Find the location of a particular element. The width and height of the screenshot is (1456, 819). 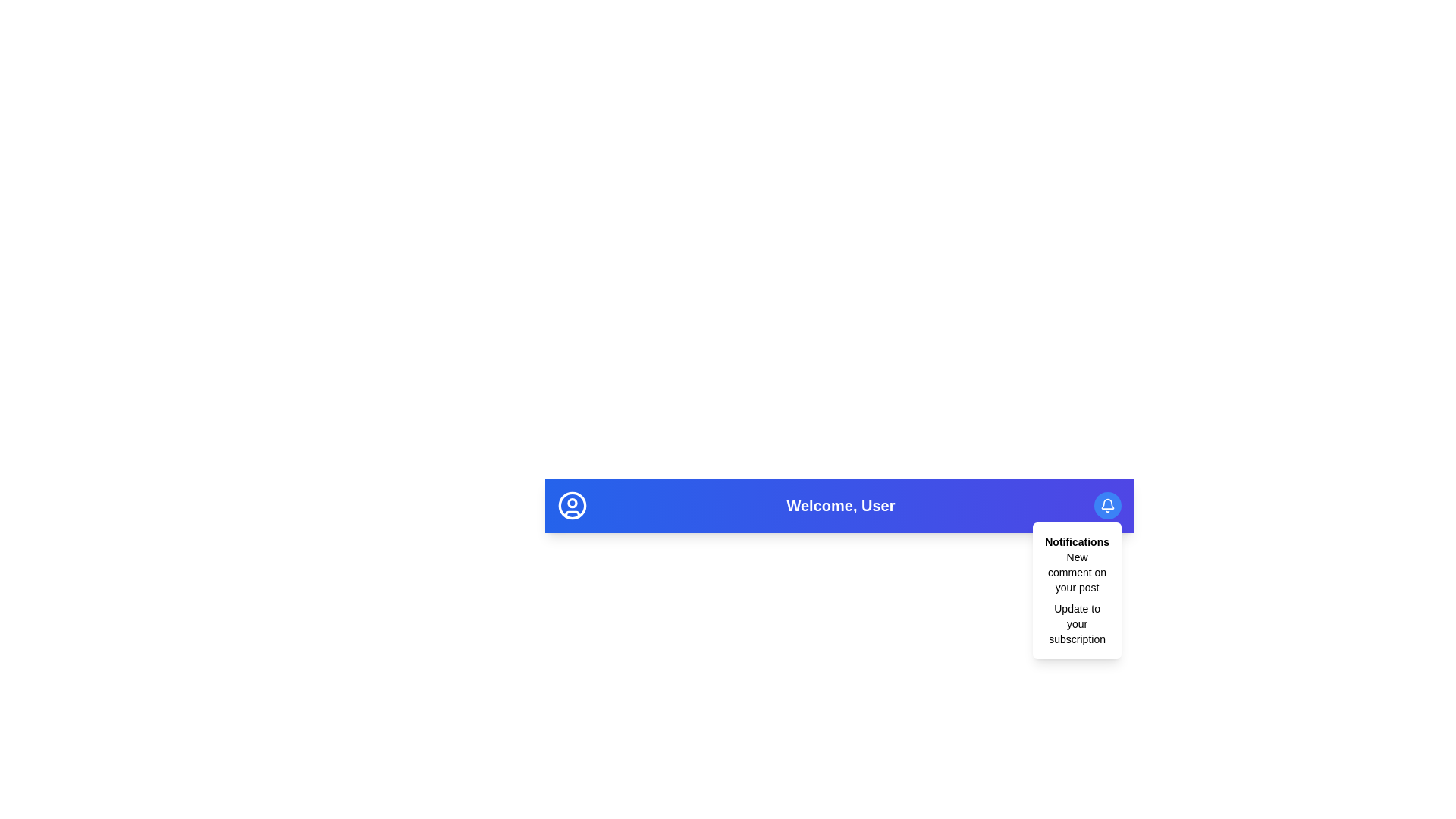

the Label (Text Display) located within the notifications dropdown panel in the upper-right corner, positioned below the header 'Notifications' is located at coordinates (1076, 598).